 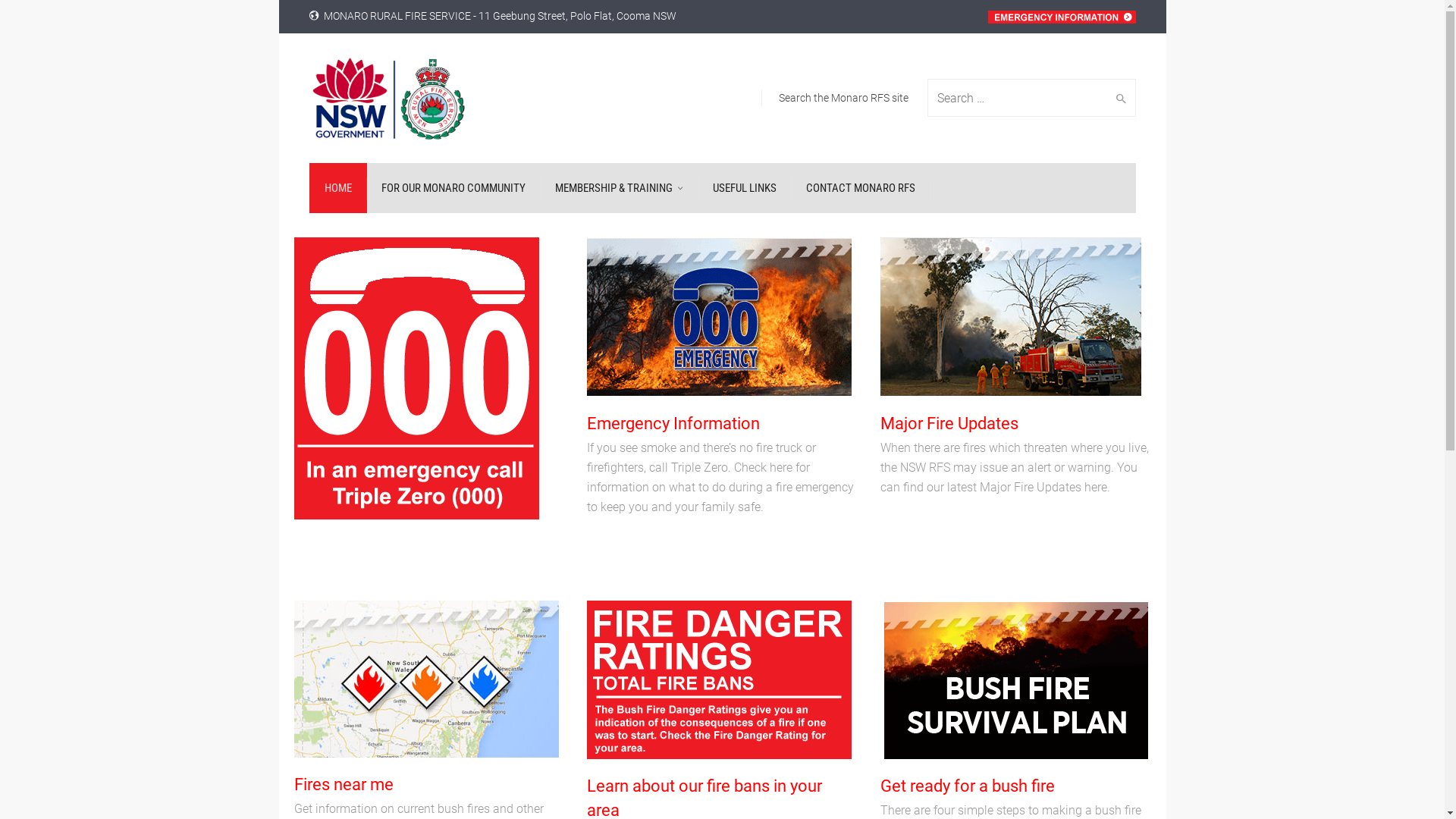 What do you see at coordinates (967, 785) in the screenshot?
I see `'Get ready for a bush fire'` at bounding box center [967, 785].